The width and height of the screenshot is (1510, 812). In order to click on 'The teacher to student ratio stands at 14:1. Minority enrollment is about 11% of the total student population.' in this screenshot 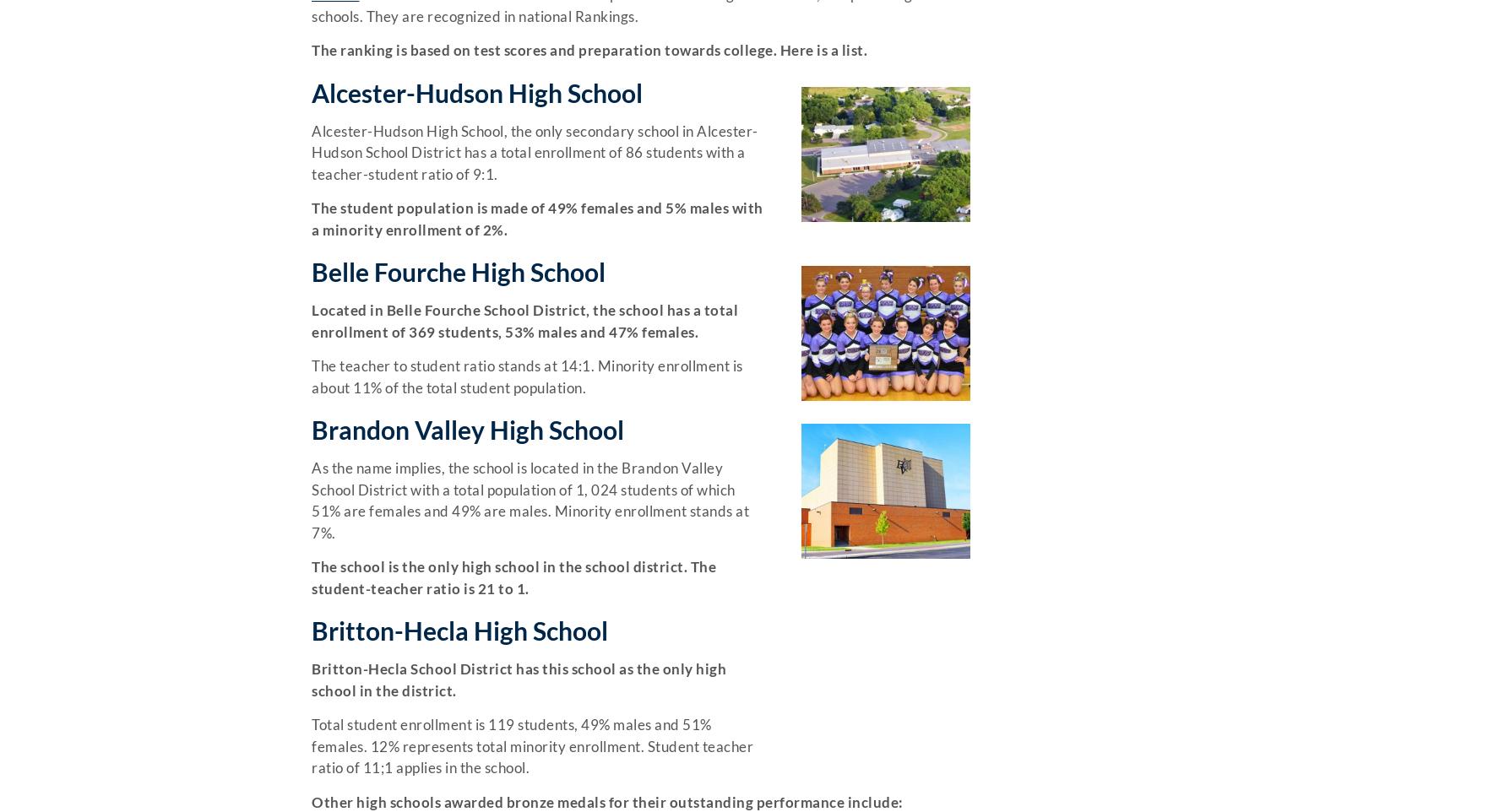, I will do `click(527, 376)`.